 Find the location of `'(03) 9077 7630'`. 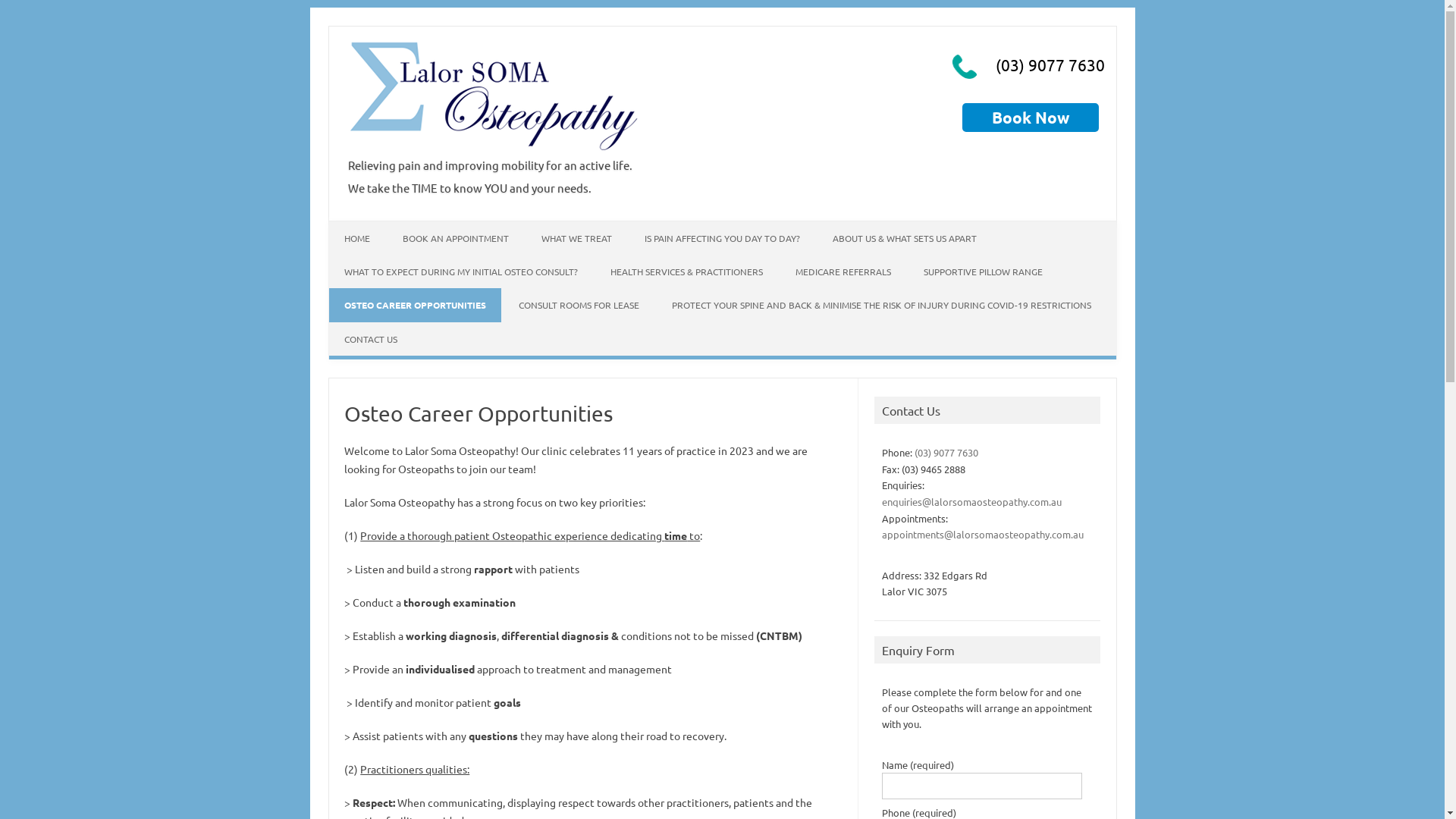

'(03) 9077 7630' is located at coordinates (992, 63).